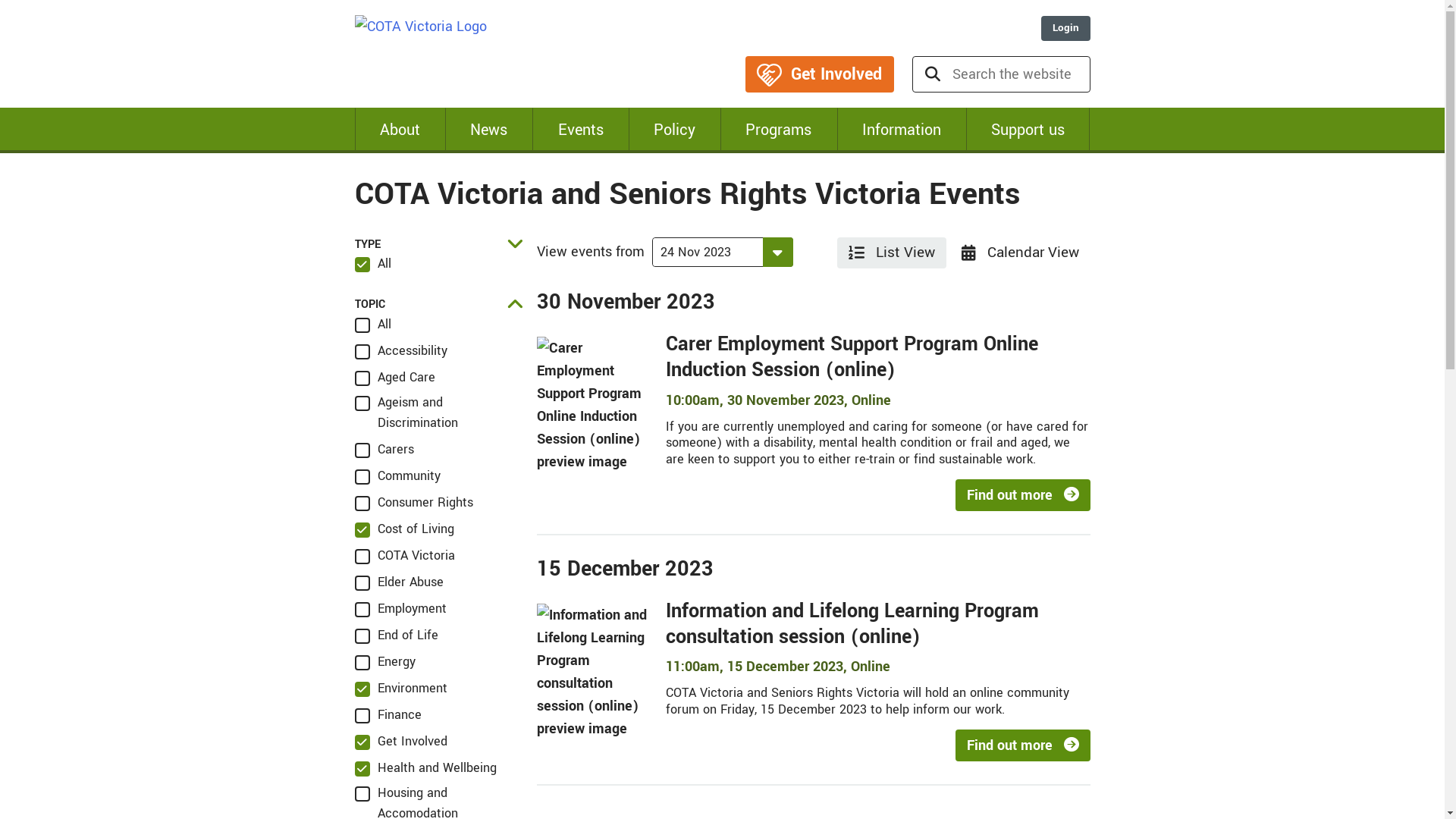  Describe the element at coordinates (397, 635) in the screenshot. I see `'End of Life'` at that location.